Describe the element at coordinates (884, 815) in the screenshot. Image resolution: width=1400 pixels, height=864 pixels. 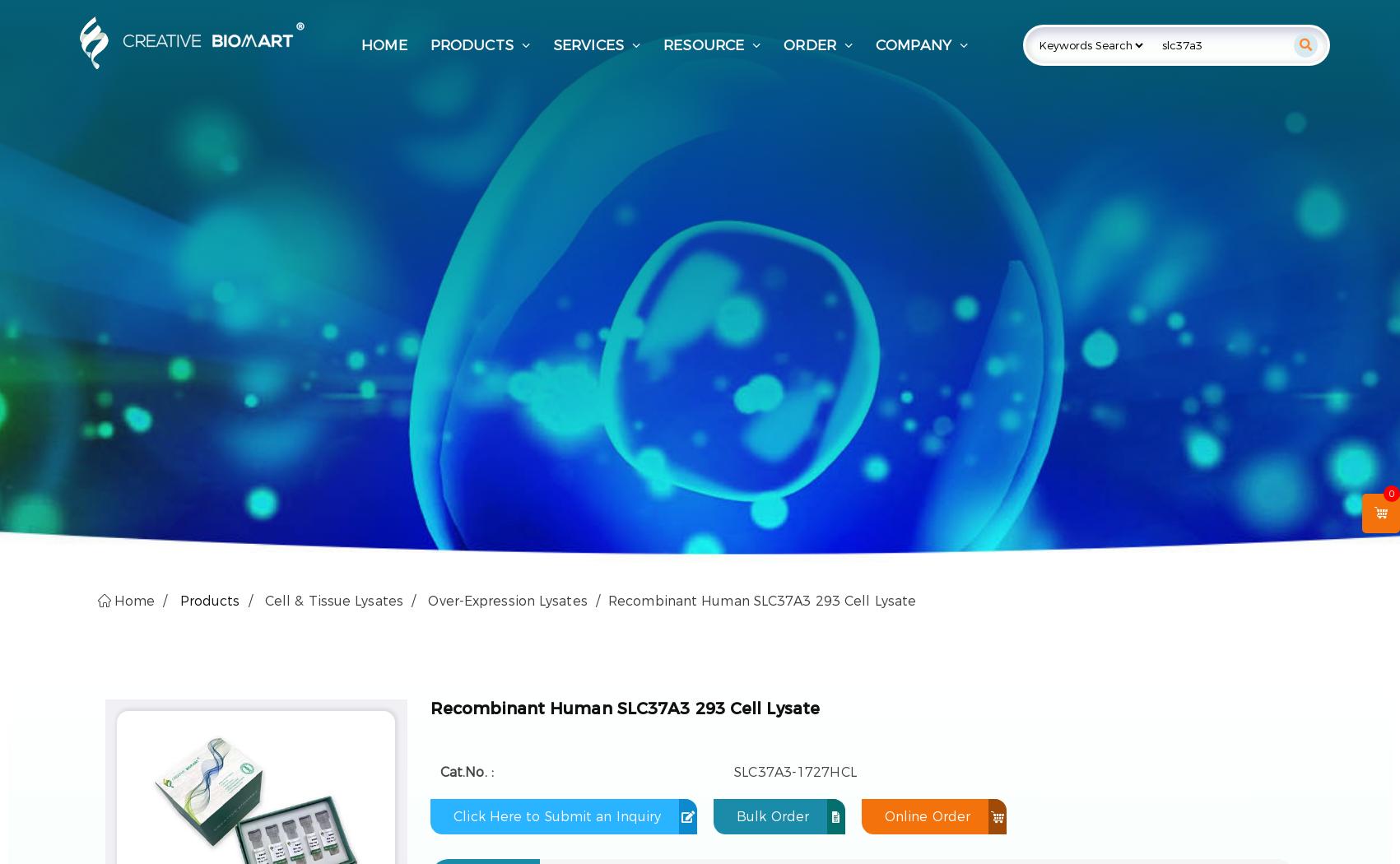
I see `'Online Order'` at that location.